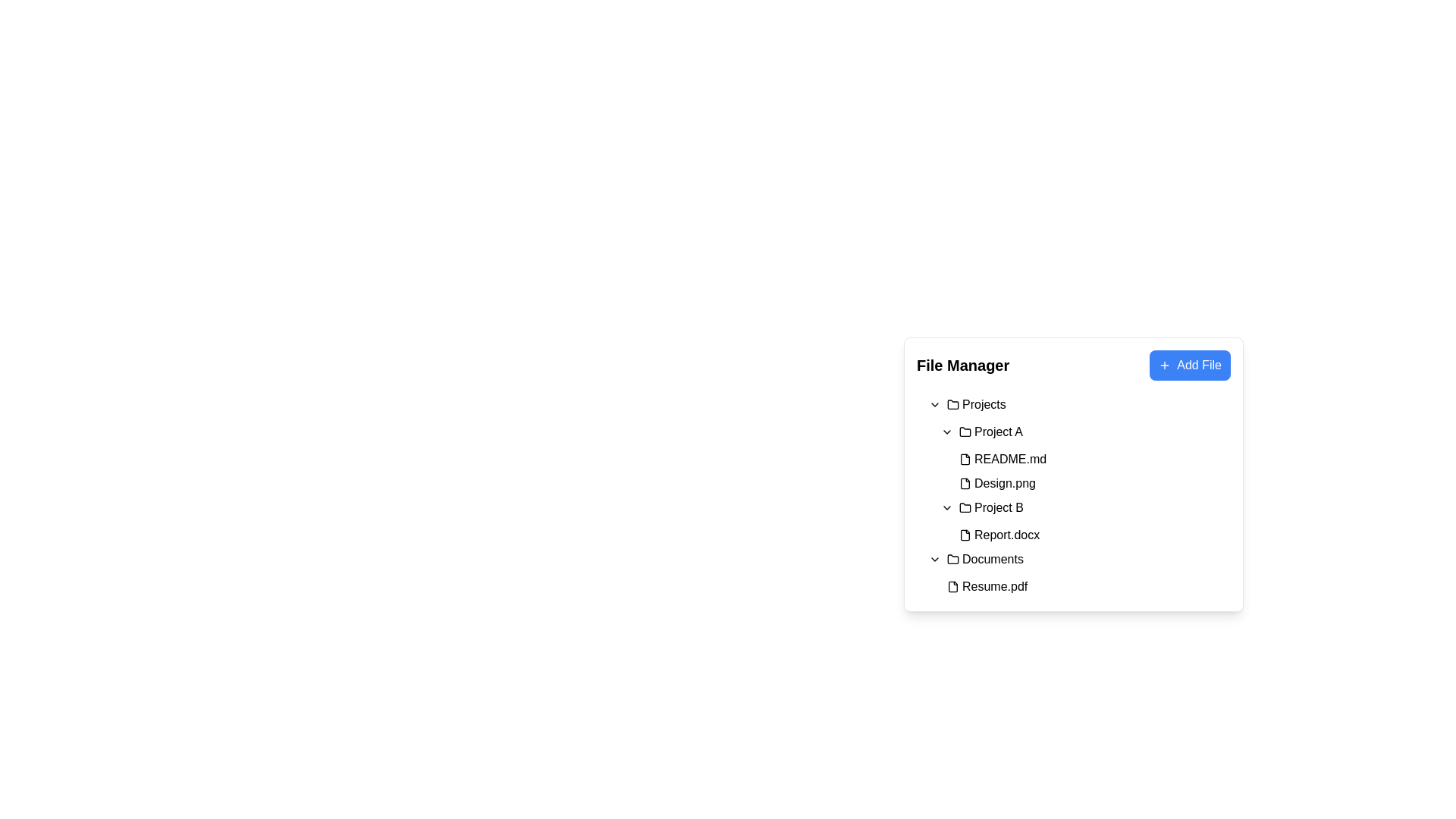  What do you see at coordinates (946, 508) in the screenshot?
I see `the small chevron icon that expands or collapses the 'Project B' section in the file manager interface` at bounding box center [946, 508].